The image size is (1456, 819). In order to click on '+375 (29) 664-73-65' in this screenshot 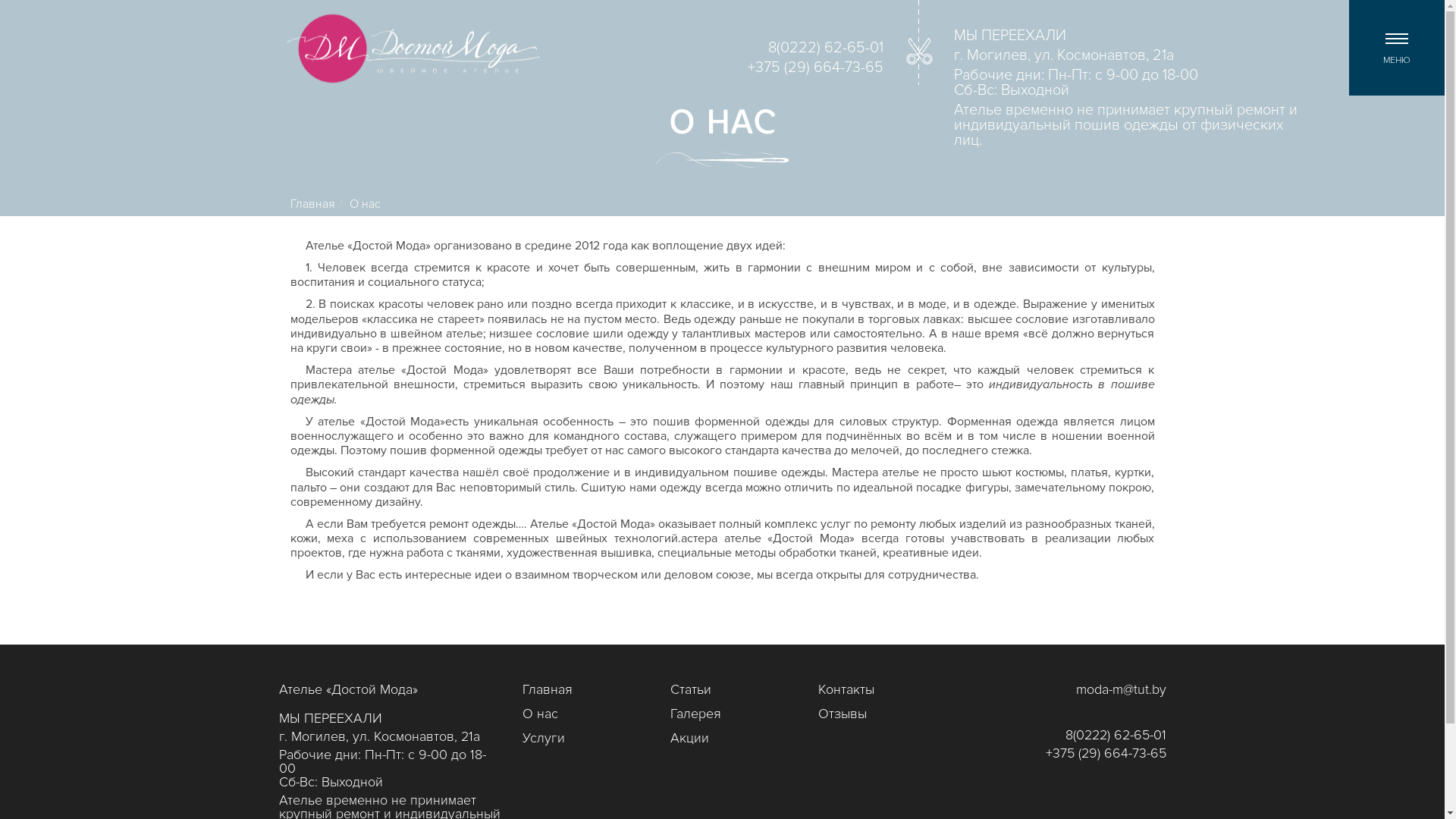, I will do `click(814, 68)`.